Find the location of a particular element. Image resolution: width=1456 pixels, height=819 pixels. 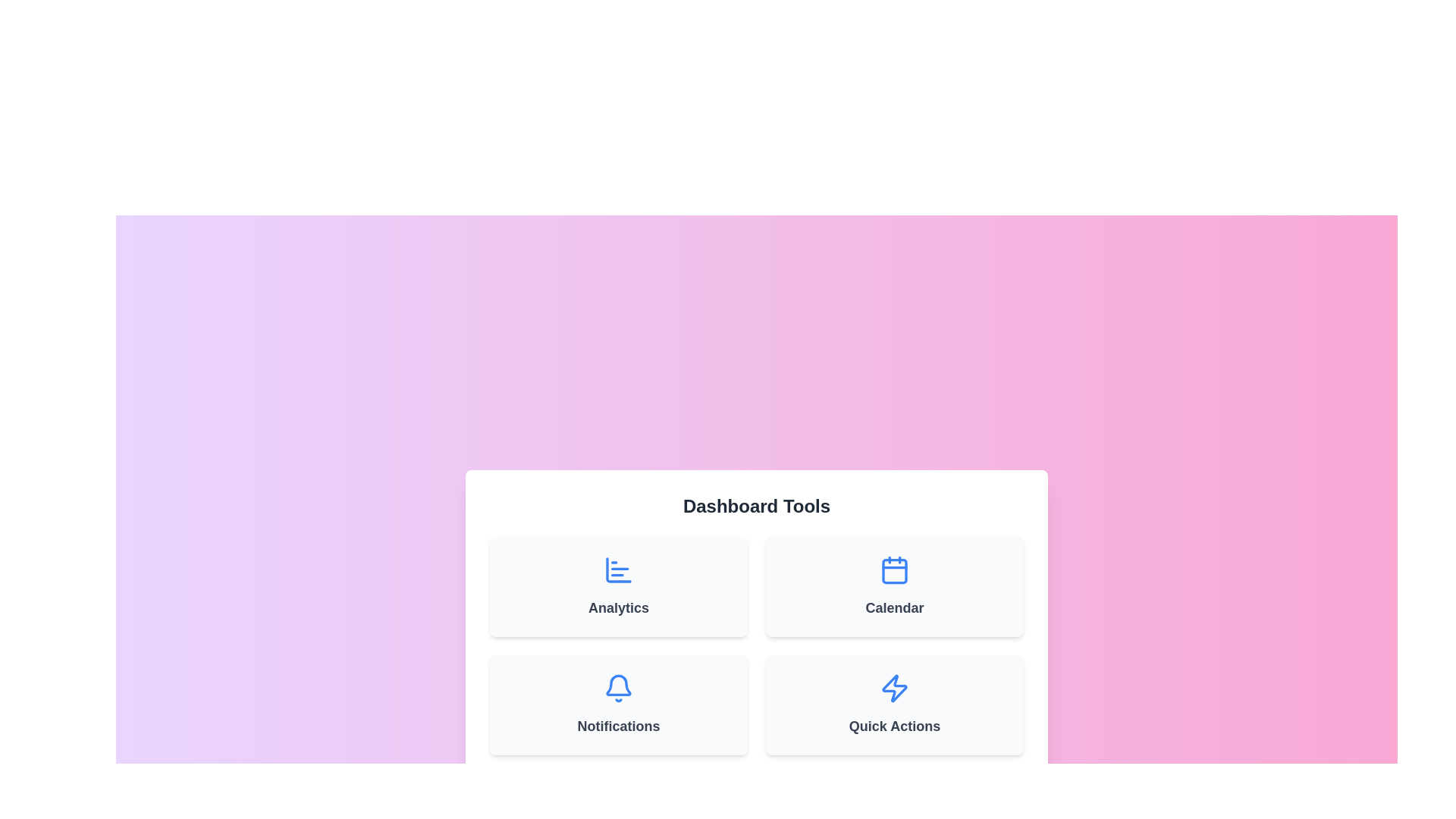

text from the Text Header indicating 'Dashboard Tools', which serves as a header for the section containing action cards is located at coordinates (757, 506).